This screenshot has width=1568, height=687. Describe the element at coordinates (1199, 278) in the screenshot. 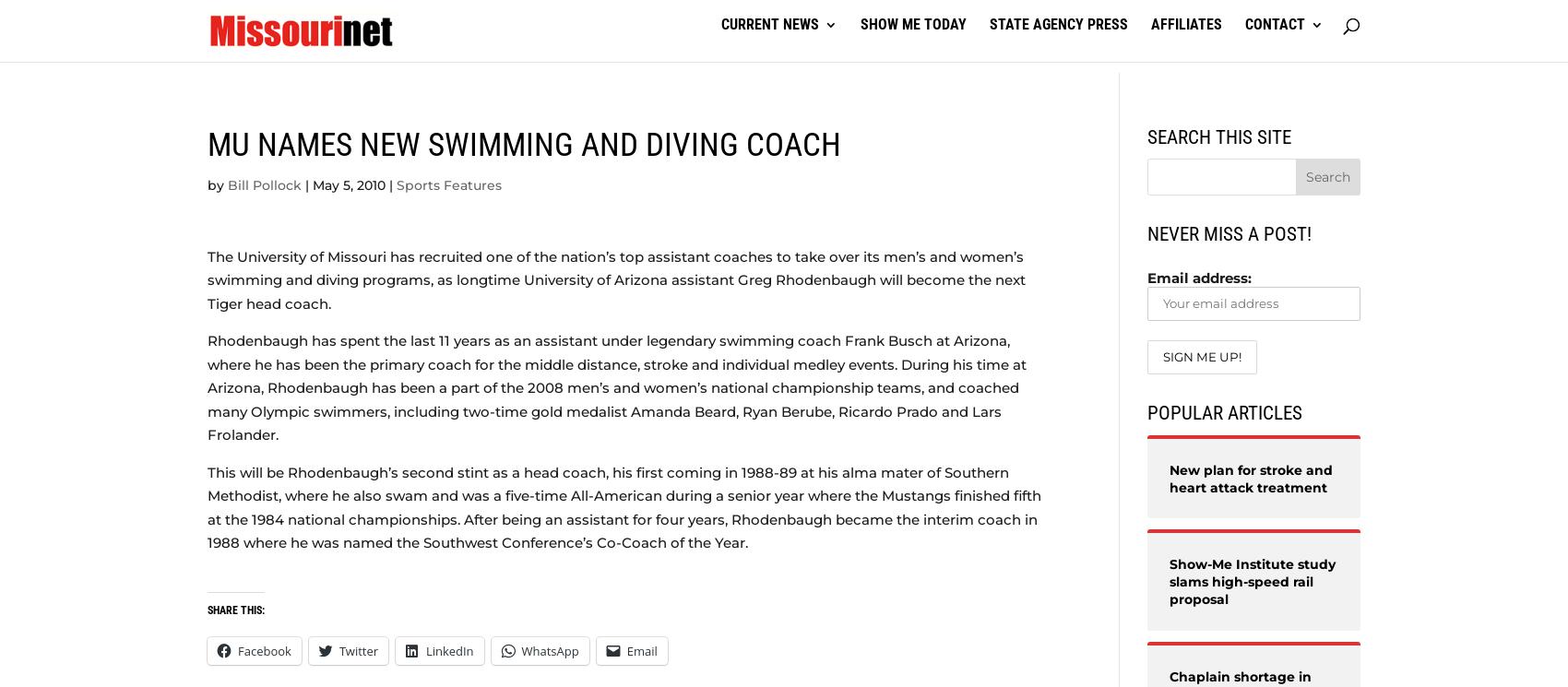

I see `'Email address:'` at that location.